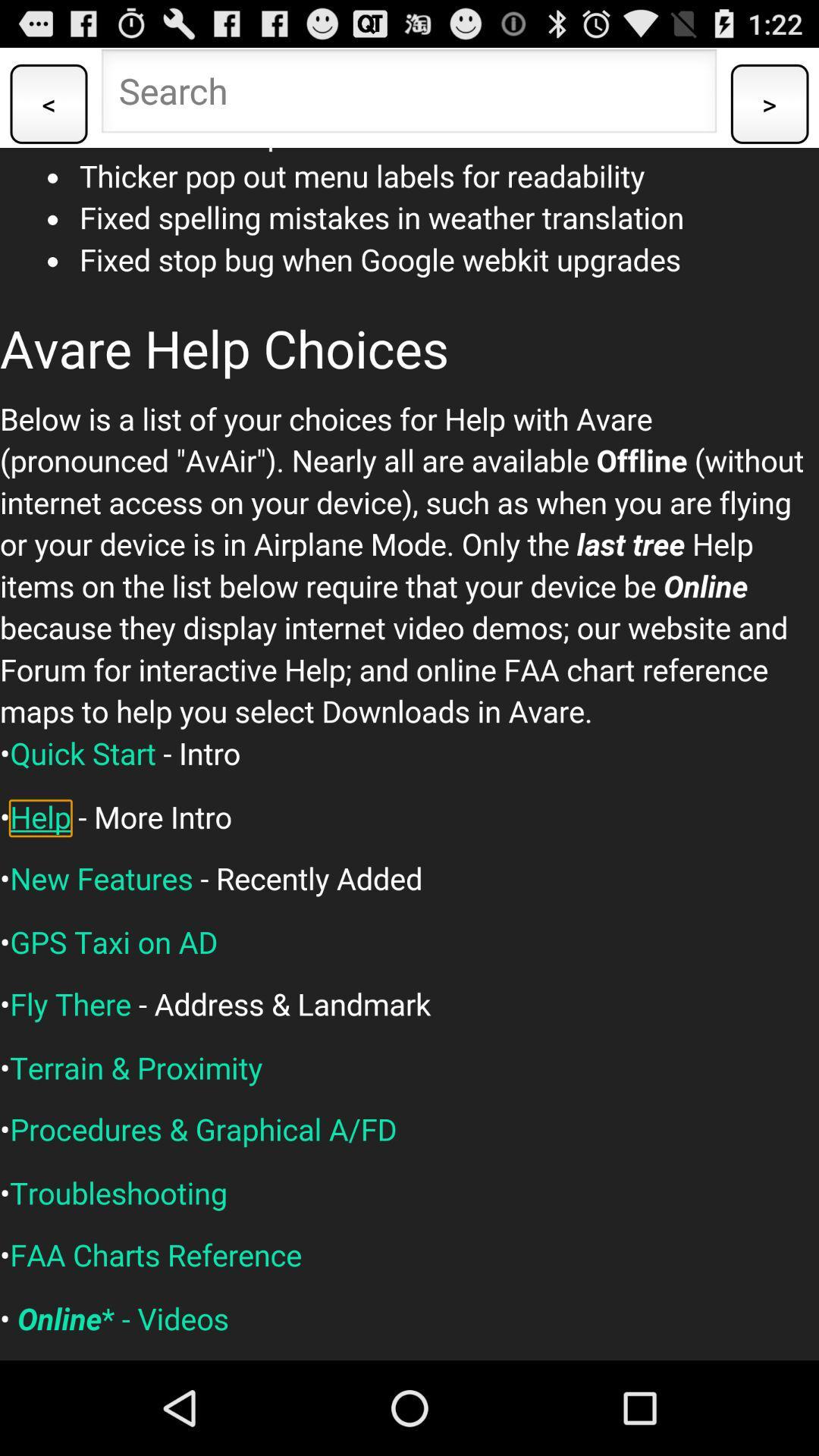 The height and width of the screenshot is (1456, 819). What do you see at coordinates (409, 754) in the screenshot?
I see `advertasment` at bounding box center [409, 754].